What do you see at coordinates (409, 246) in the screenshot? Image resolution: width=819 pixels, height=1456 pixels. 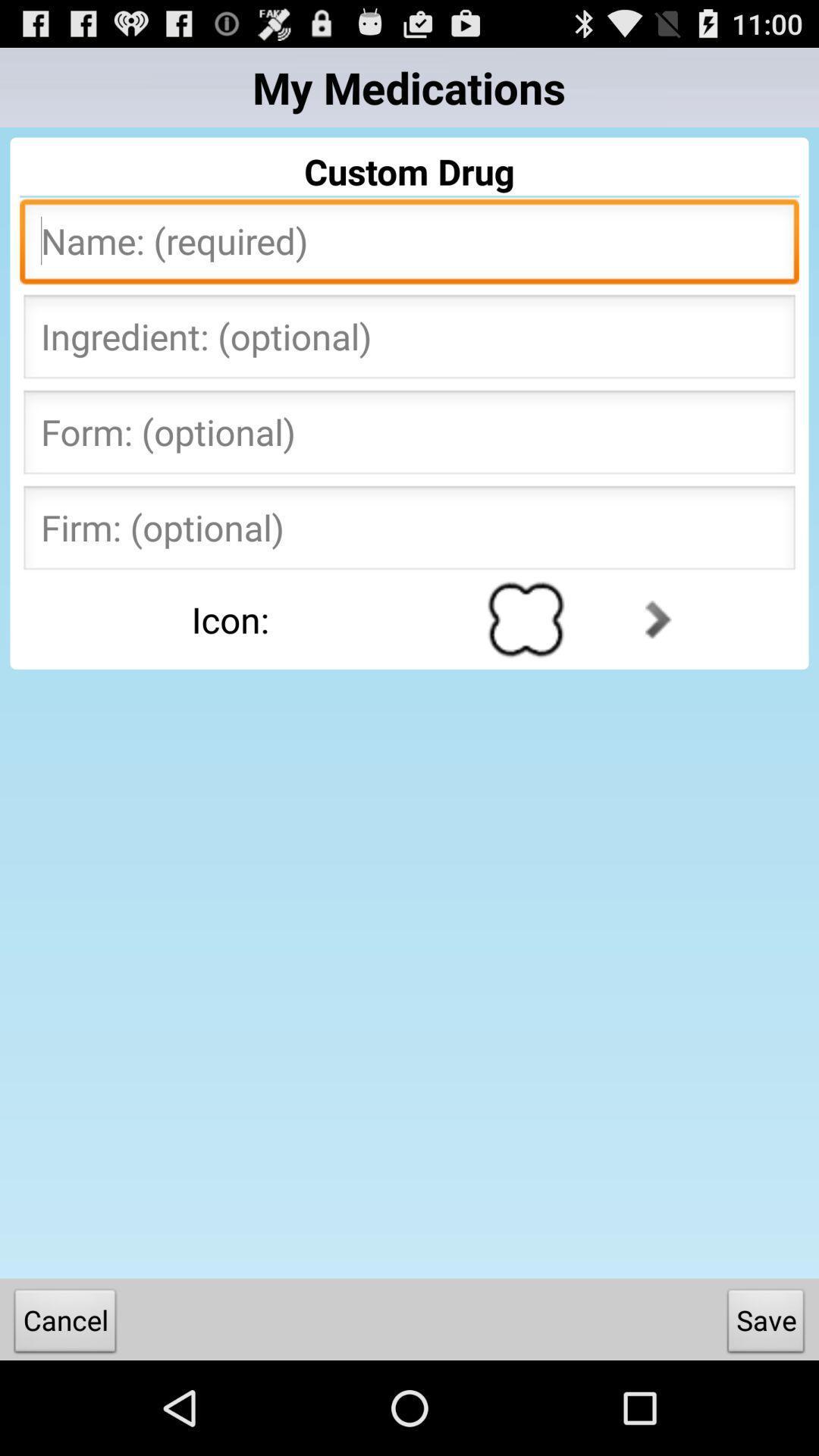 I see `name` at bounding box center [409, 246].